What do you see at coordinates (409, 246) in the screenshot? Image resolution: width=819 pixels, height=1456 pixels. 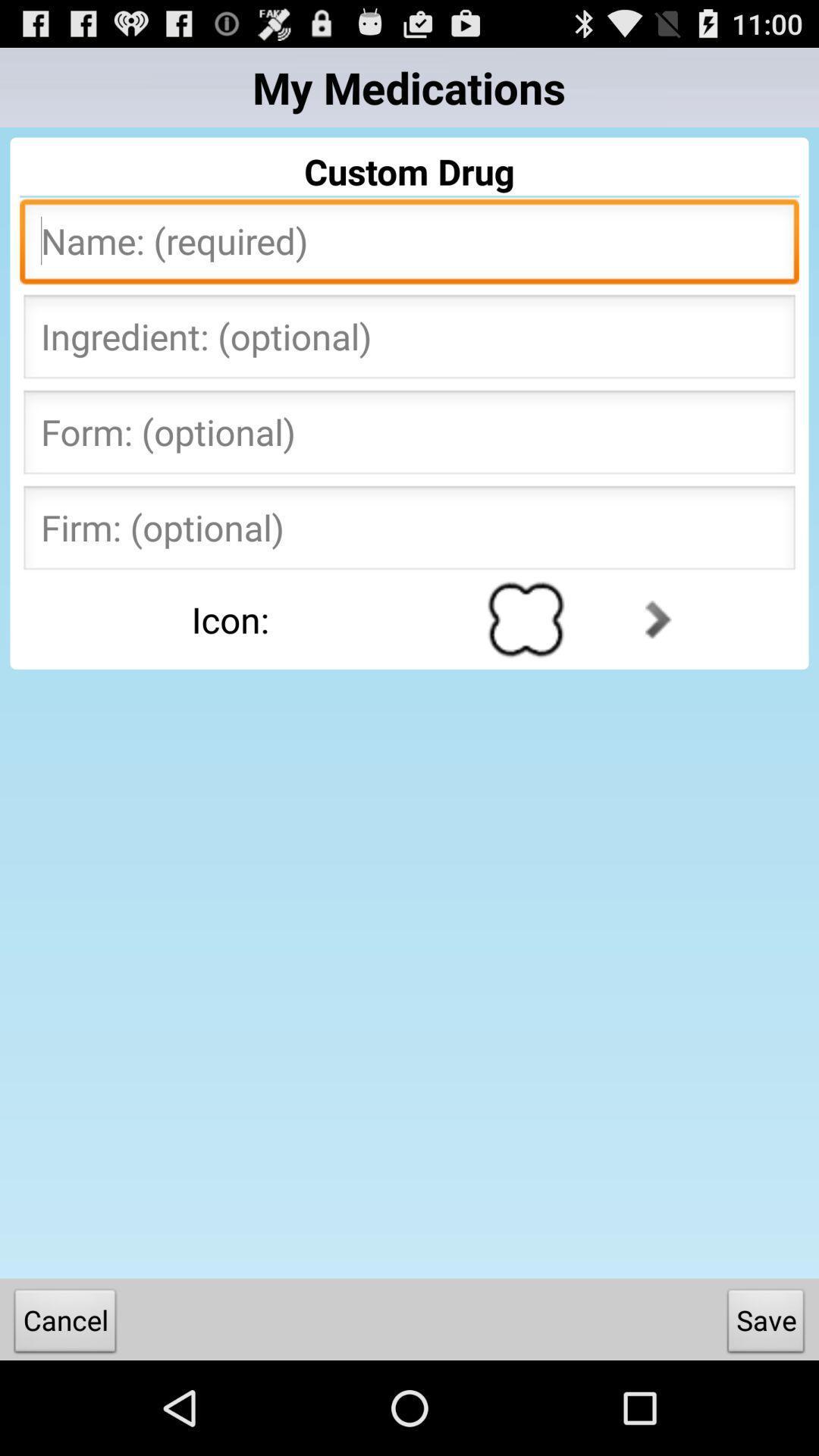 I see `name` at bounding box center [409, 246].